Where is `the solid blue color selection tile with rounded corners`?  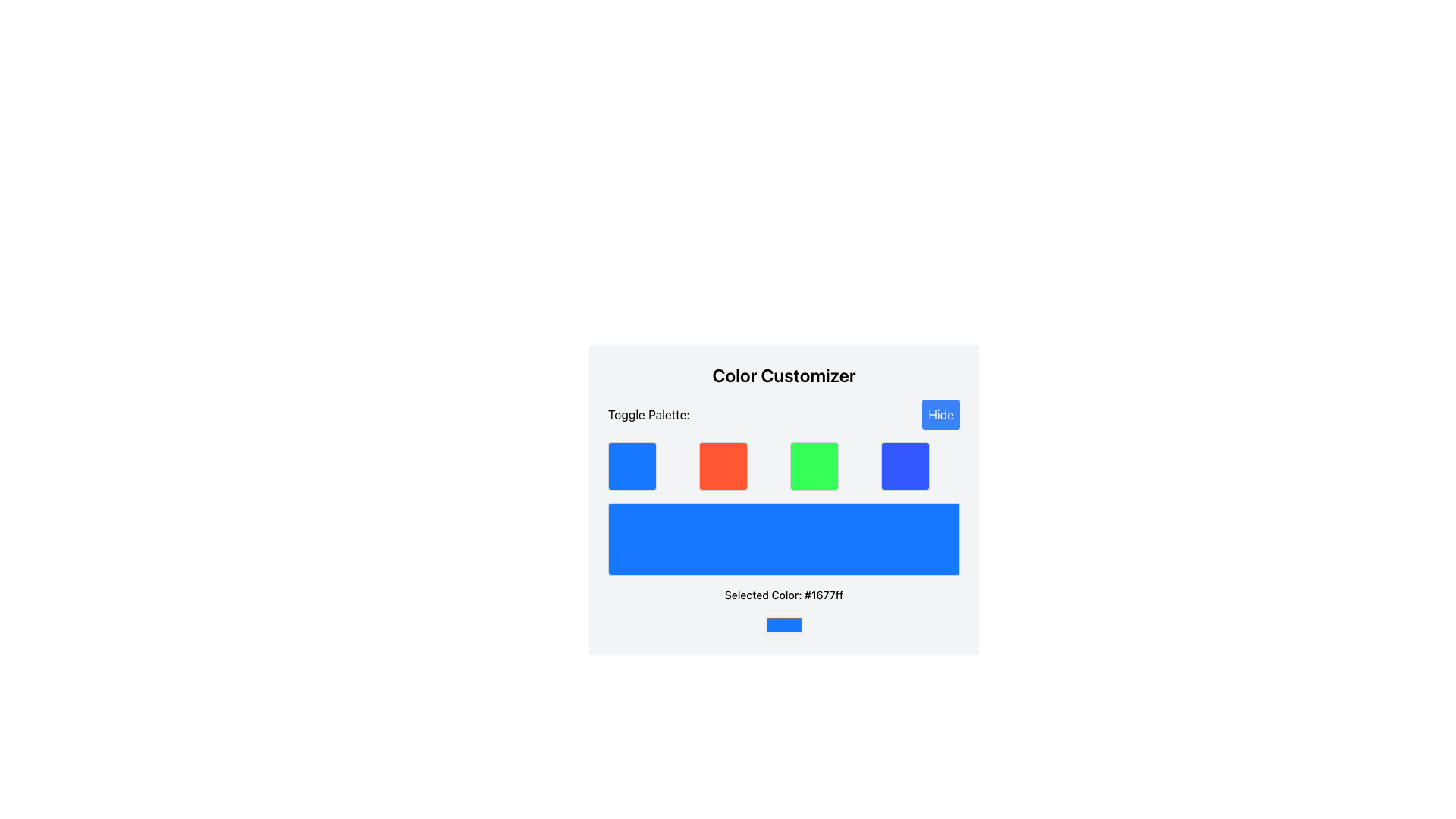
the solid blue color selection tile with rounded corners is located at coordinates (905, 465).